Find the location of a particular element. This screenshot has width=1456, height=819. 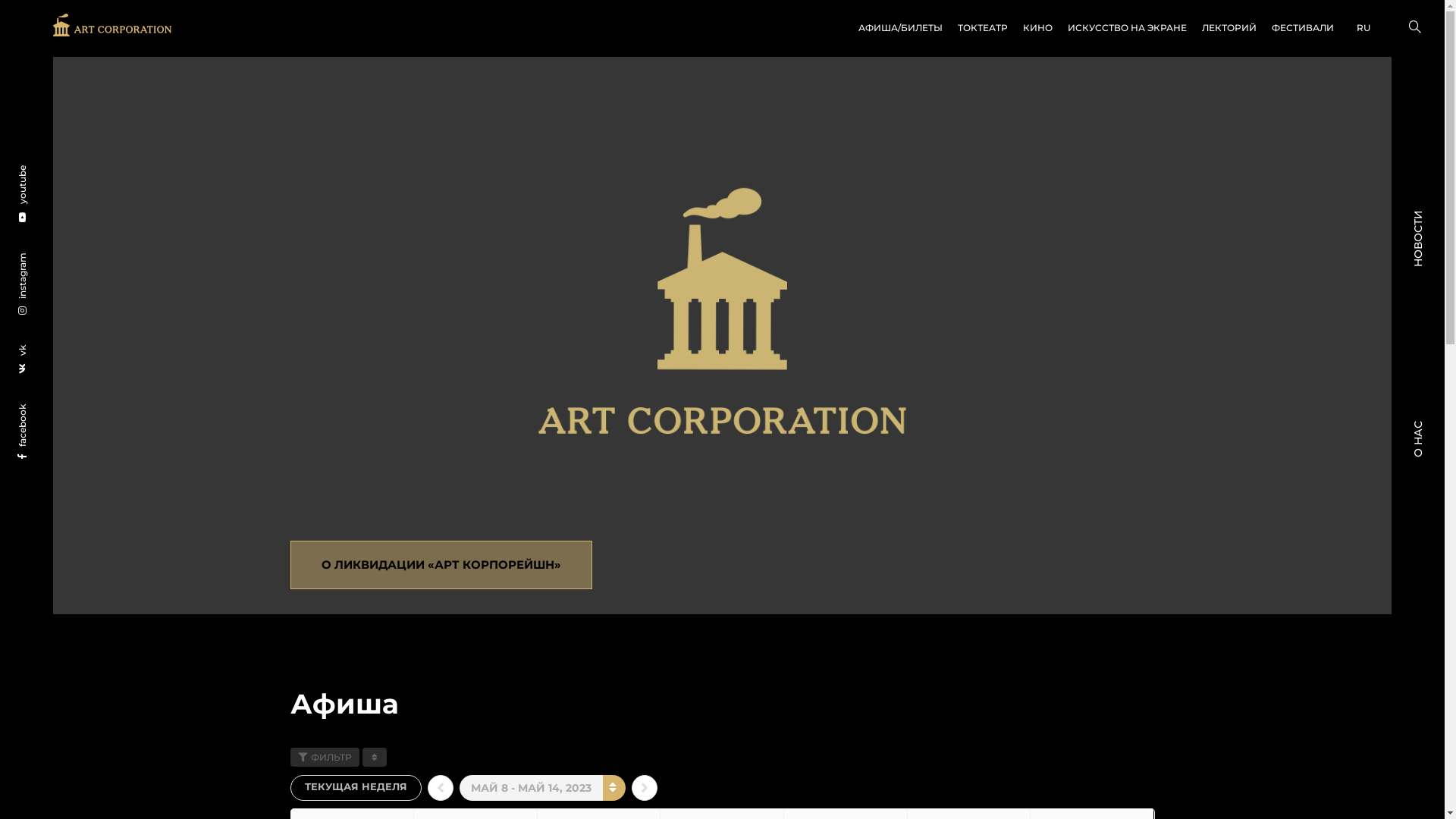

'RU' is located at coordinates (1341, 28).